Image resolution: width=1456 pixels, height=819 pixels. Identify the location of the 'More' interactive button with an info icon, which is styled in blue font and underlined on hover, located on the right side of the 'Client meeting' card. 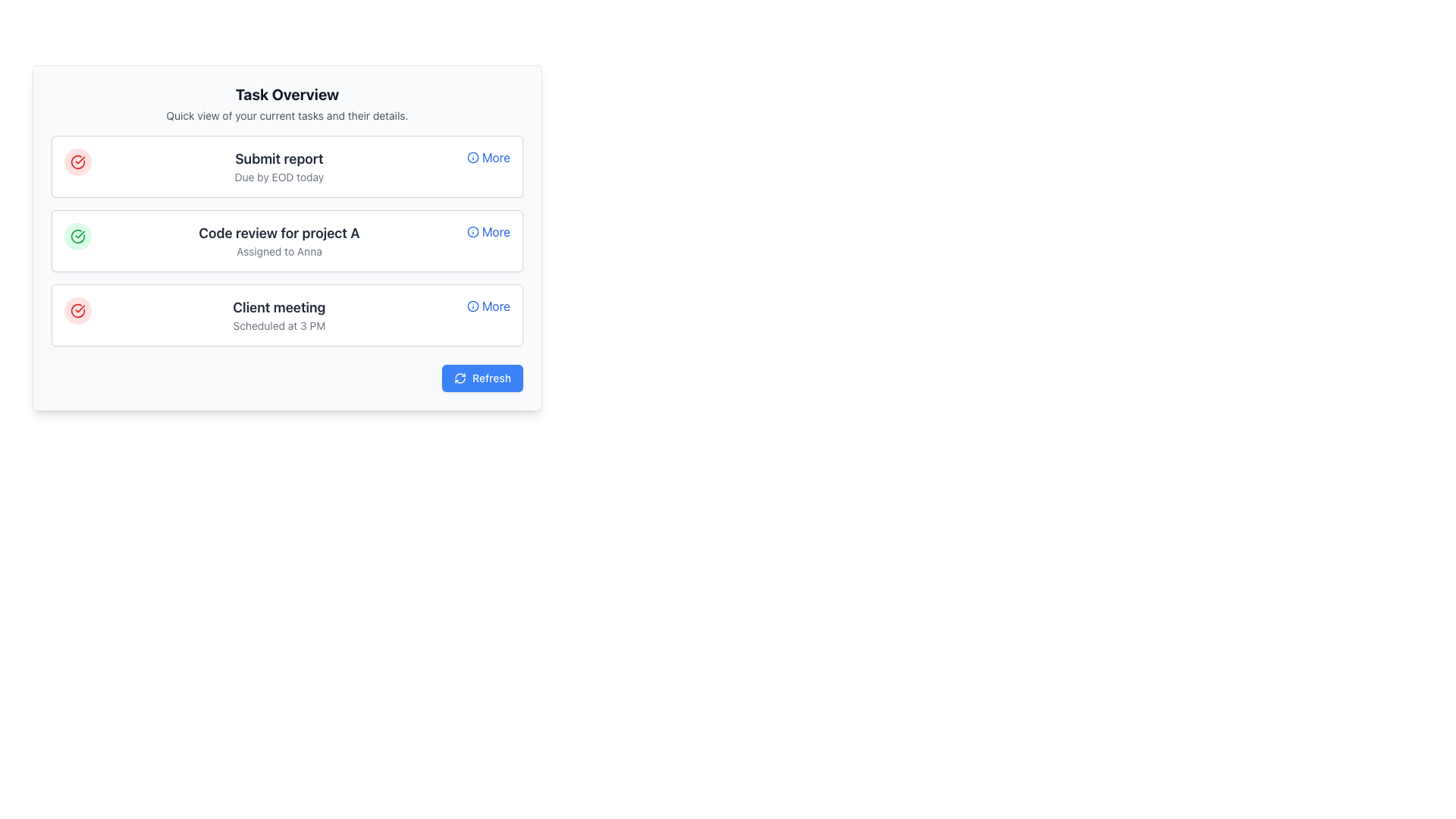
(488, 306).